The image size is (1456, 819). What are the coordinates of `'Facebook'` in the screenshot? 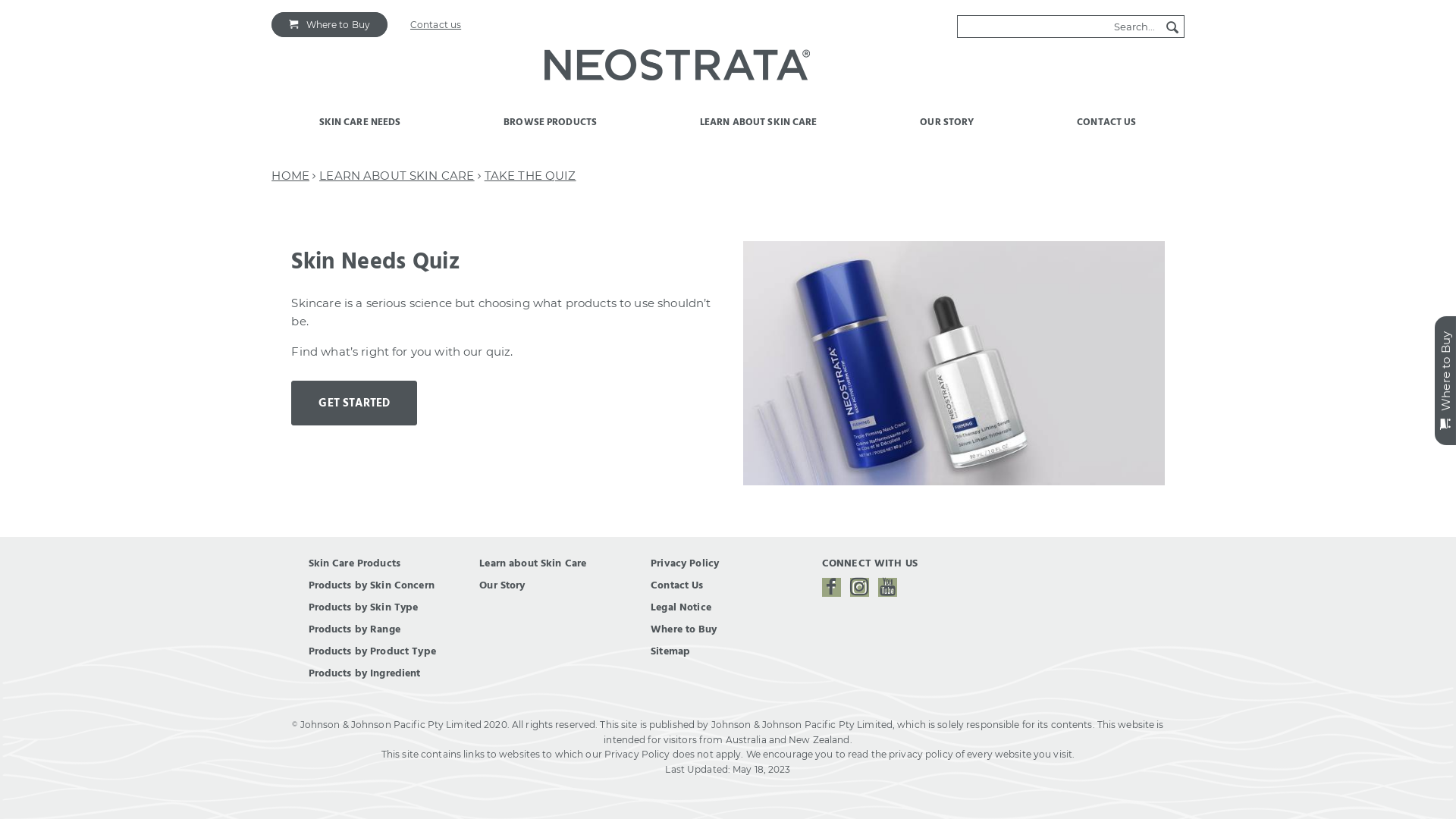 It's located at (821, 586).